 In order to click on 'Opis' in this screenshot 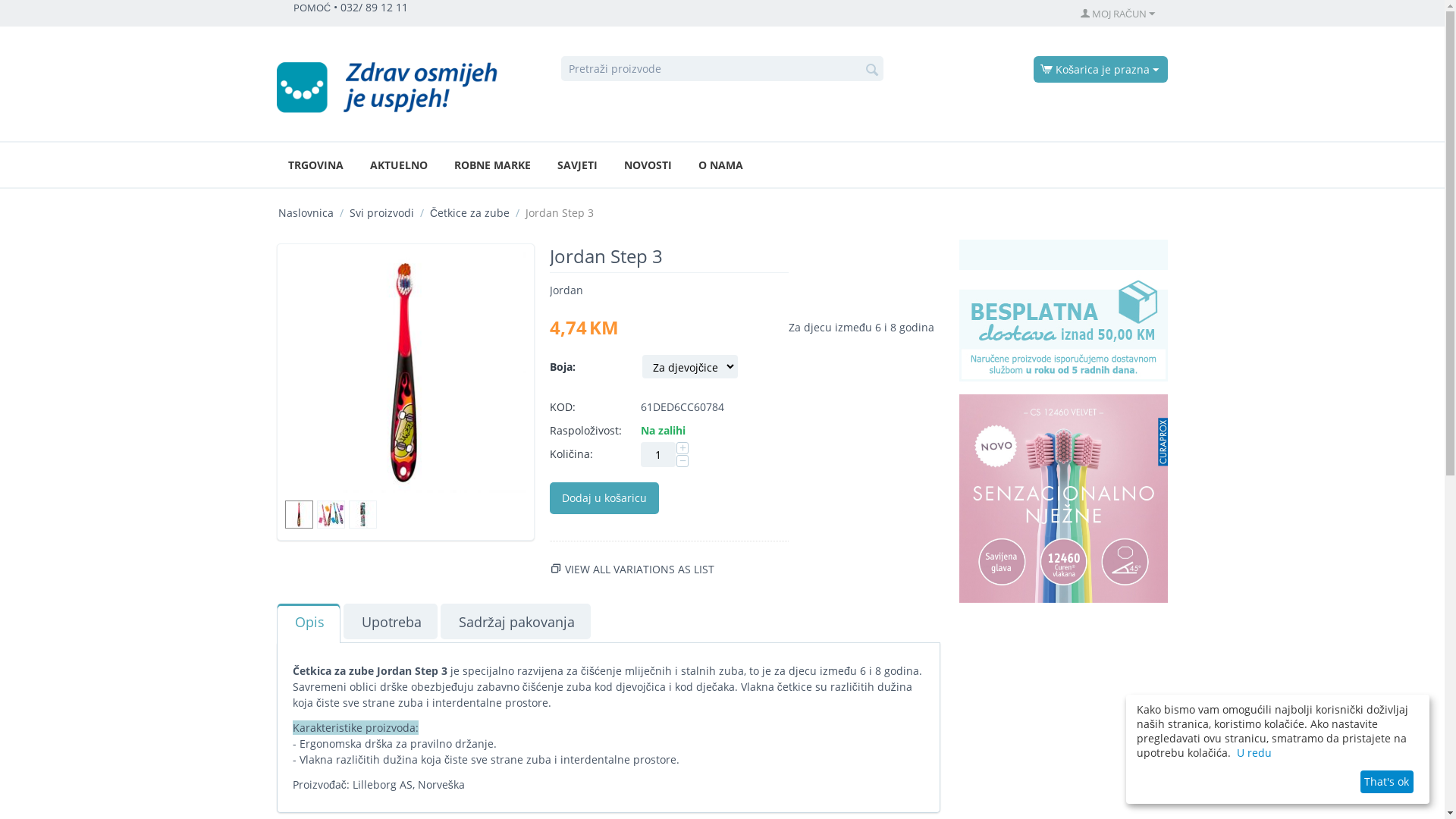, I will do `click(309, 621)`.